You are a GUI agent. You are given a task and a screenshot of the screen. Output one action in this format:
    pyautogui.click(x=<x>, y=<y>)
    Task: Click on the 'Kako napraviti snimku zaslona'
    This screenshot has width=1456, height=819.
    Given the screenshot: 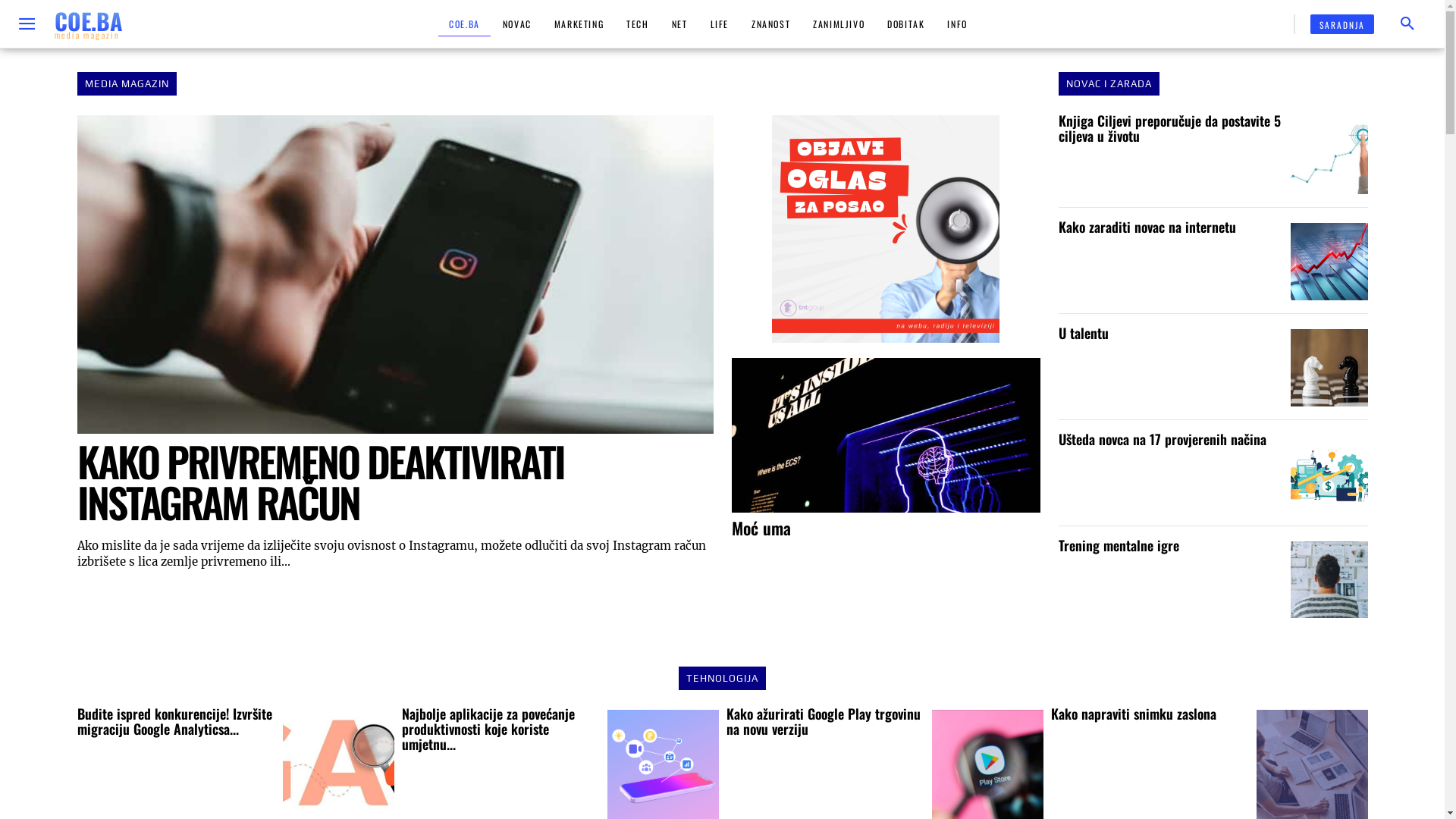 What is the action you would take?
    pyautogui.click(x=1133, y=714)
    